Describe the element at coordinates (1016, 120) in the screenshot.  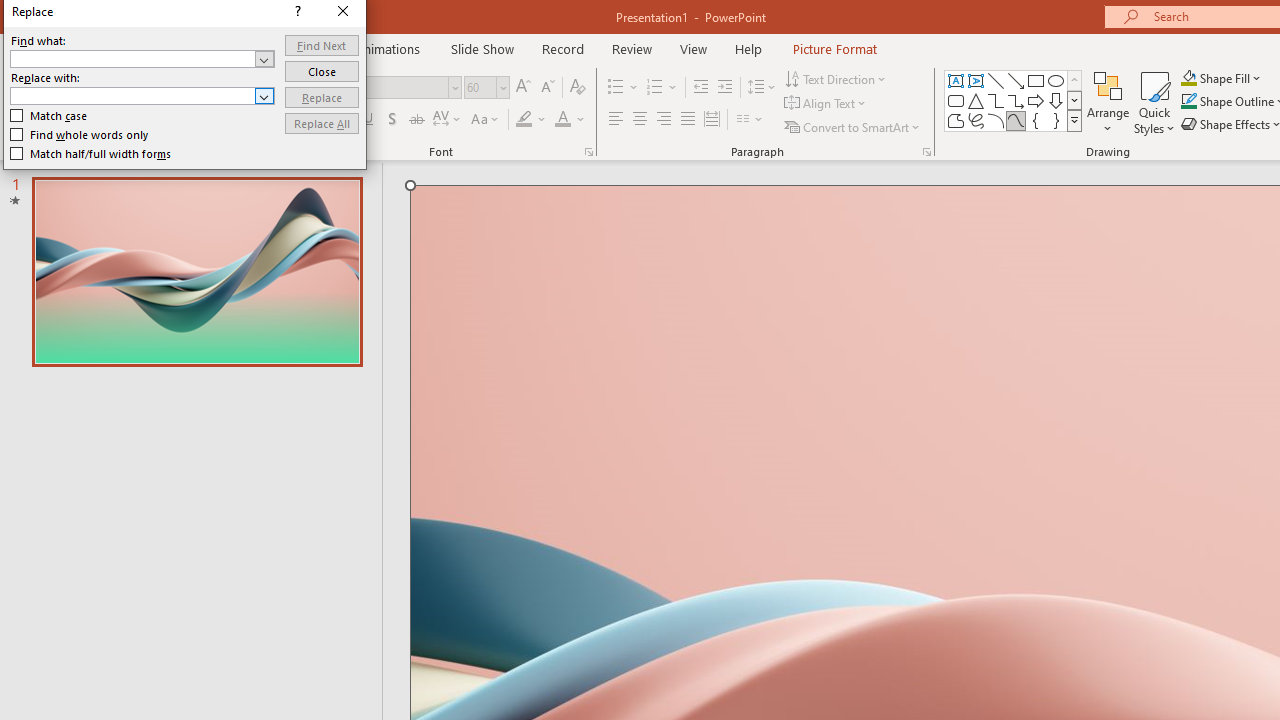
I see `'Curve'` at that location.